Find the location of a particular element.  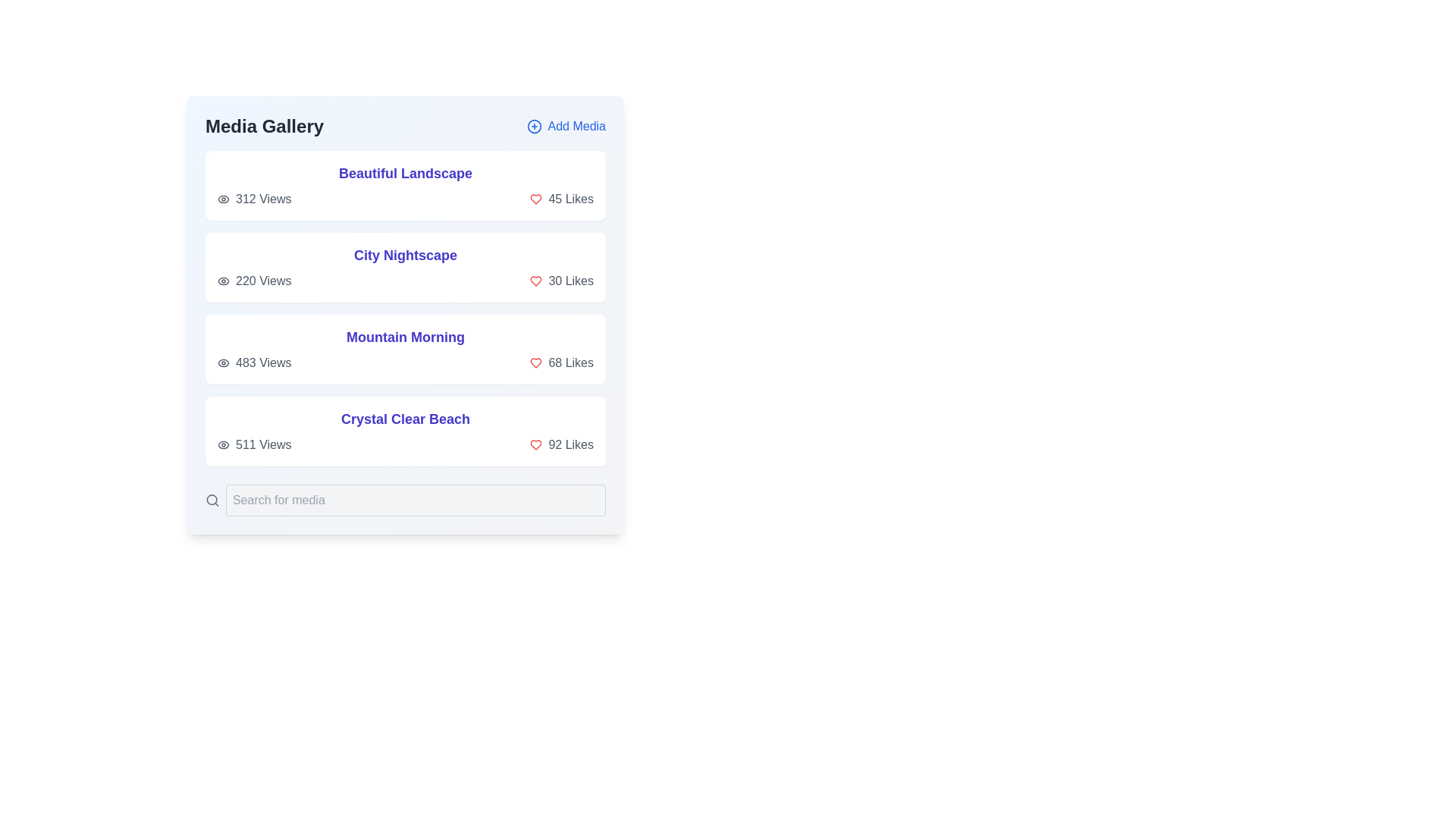

the card representing the media item titled 'City Nightscape' is located at coordinates (405, 267).